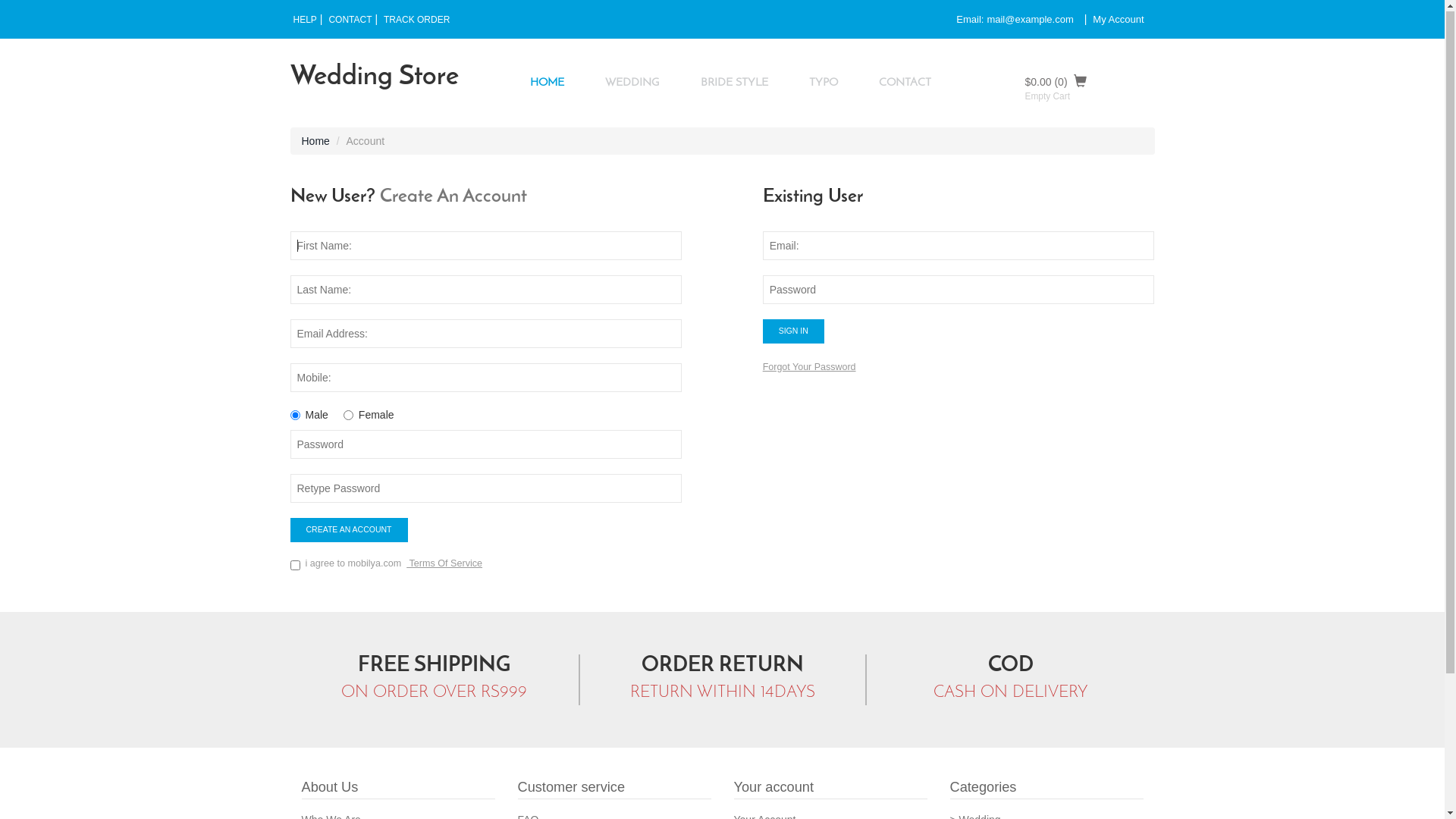  I want to click on 'Empty Cart', so click(1046, 96).